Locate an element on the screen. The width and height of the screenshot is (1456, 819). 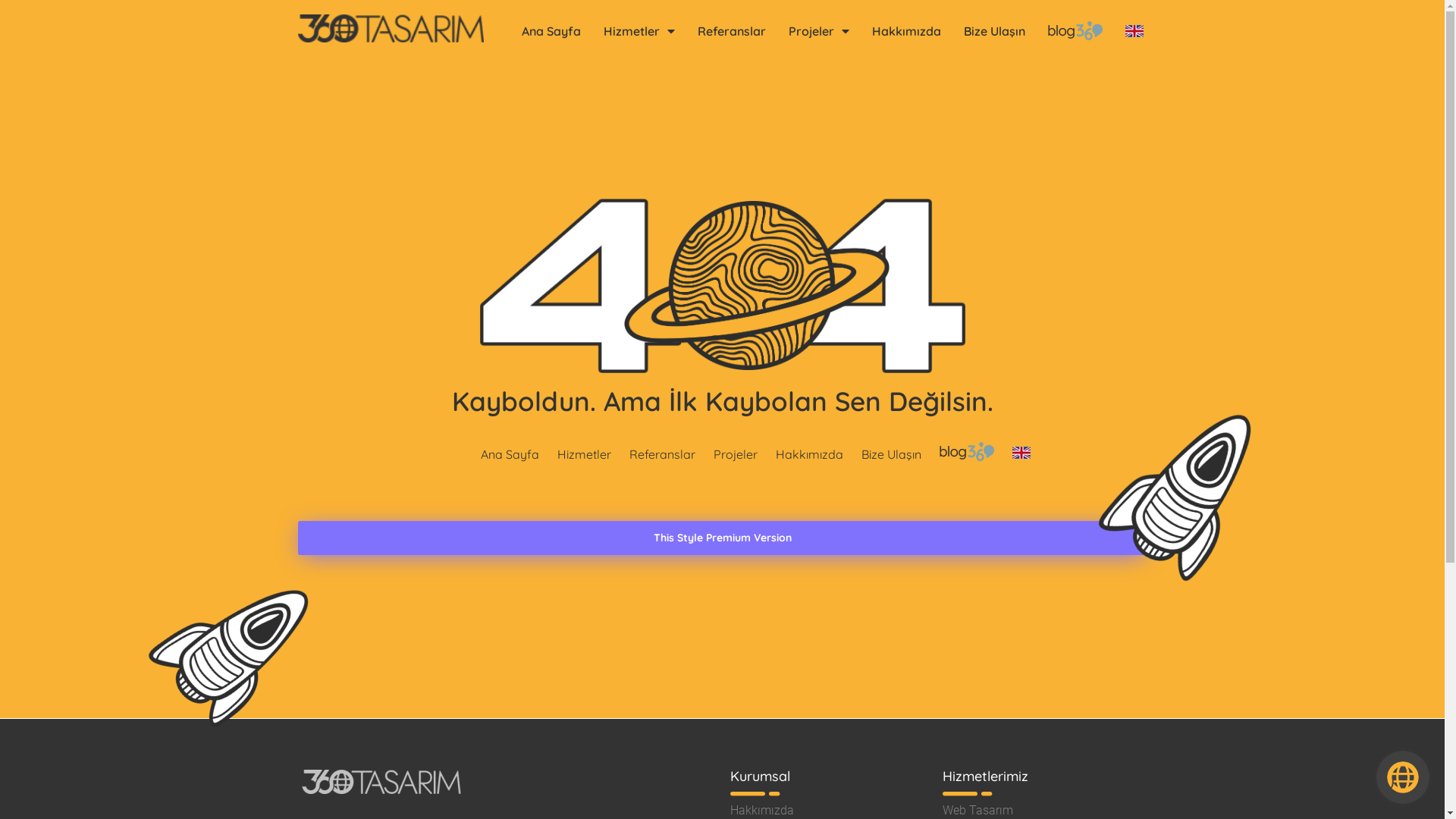
'Hizmetler' is located at coordinates (552, 452).